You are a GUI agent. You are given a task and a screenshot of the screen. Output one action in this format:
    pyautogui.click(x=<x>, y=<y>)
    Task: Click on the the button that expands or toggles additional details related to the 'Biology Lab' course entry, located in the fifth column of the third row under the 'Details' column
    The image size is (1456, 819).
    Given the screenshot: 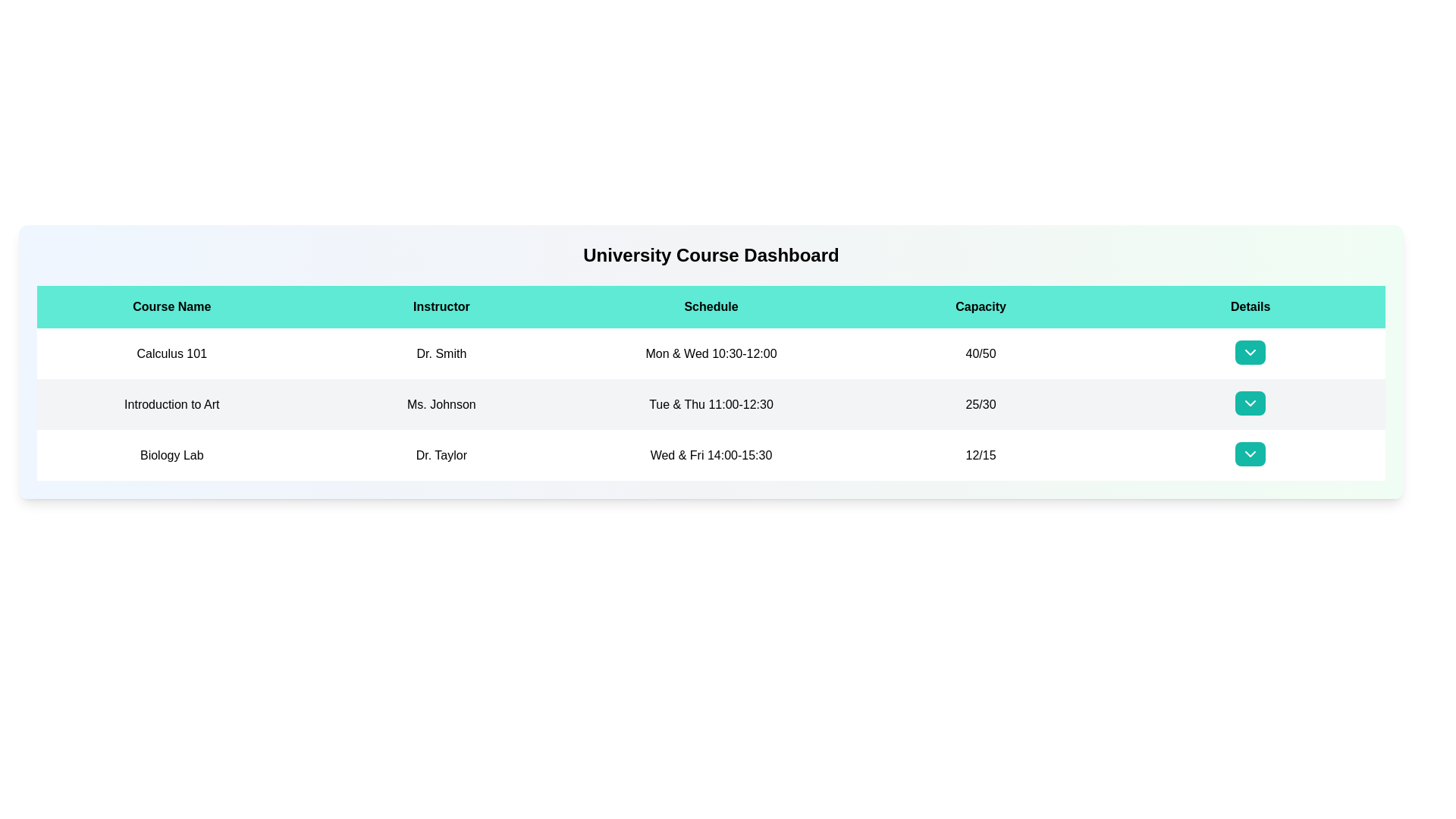 What is the action you would take?
    pyautogui.click(x=1250, y=454)
    